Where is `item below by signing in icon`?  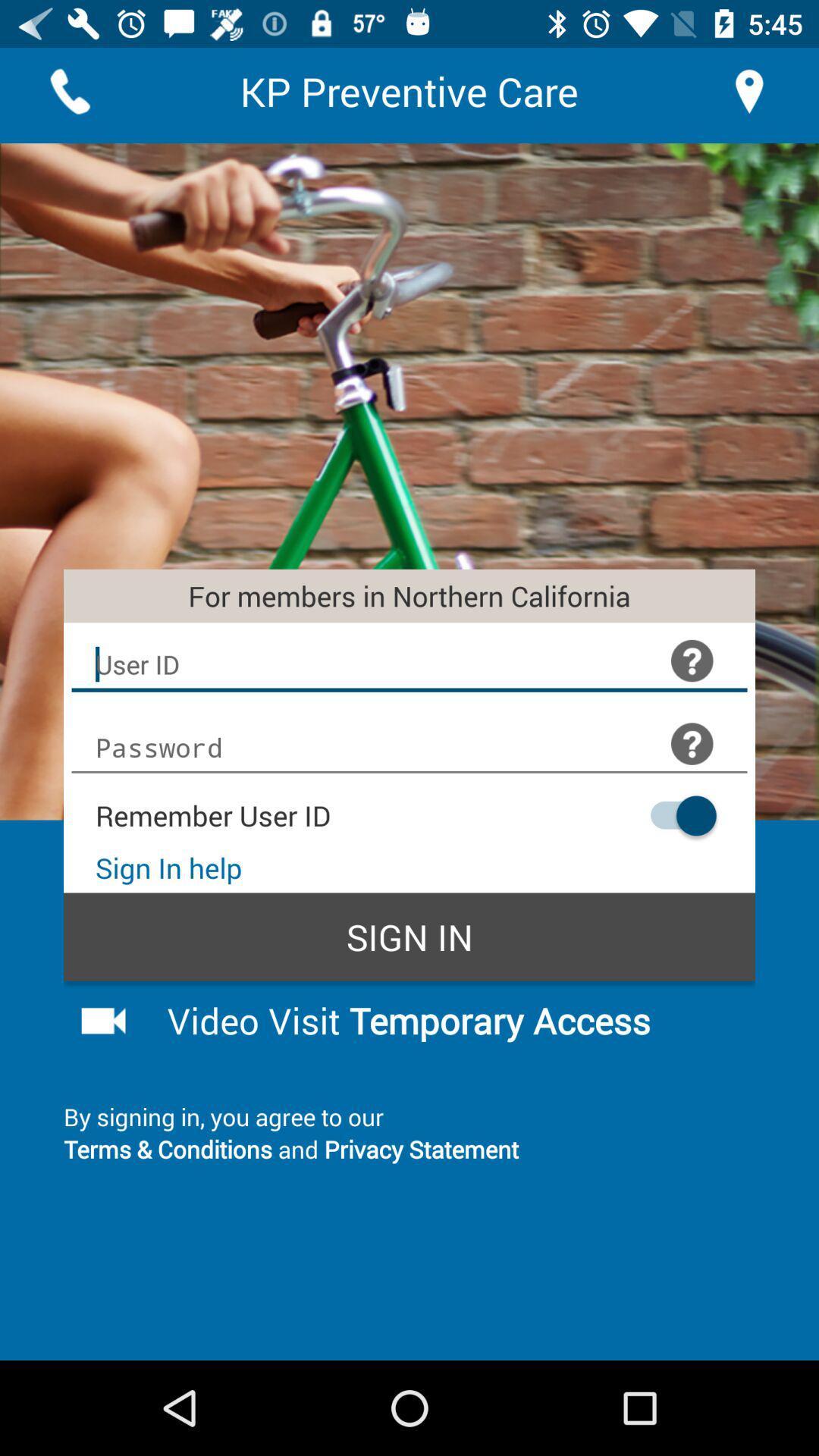 item below by signing in icon is located at coordinates (409, 1149).